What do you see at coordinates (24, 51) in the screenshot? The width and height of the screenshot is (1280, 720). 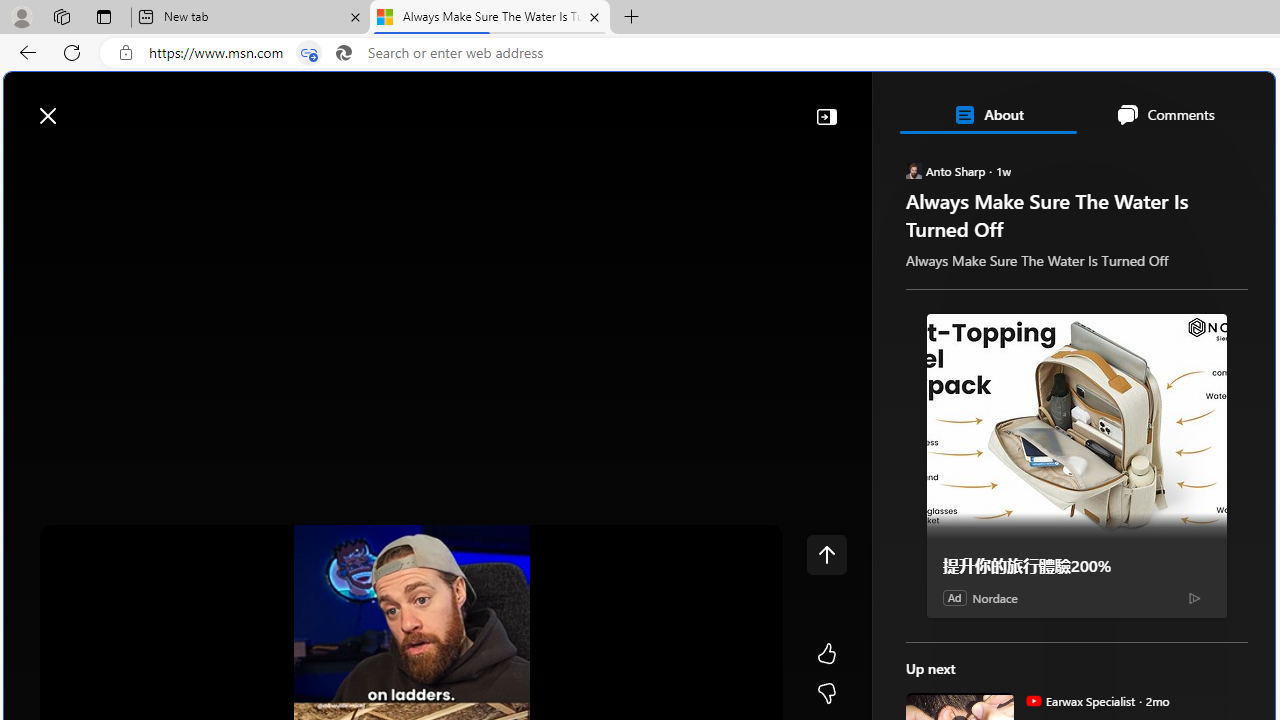 I see `'Back'` at bounding box center [24, 51].